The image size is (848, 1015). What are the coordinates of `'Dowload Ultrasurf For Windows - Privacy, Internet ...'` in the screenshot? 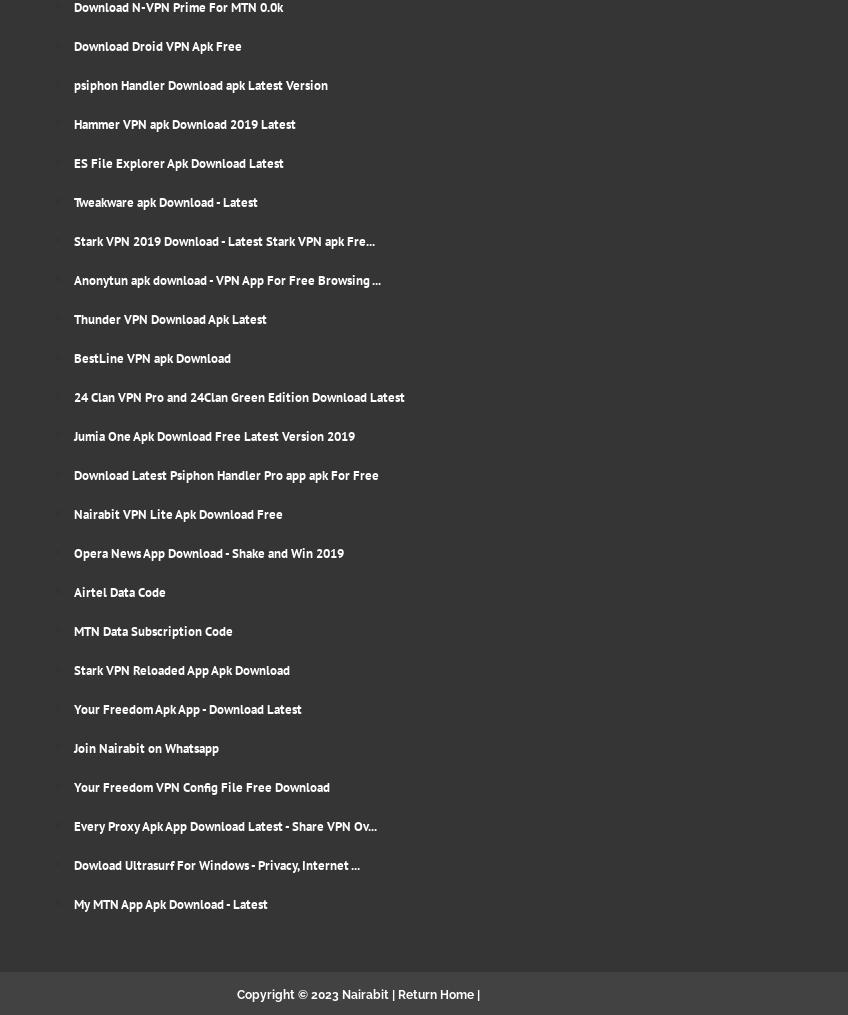 It's located at (216, 864).